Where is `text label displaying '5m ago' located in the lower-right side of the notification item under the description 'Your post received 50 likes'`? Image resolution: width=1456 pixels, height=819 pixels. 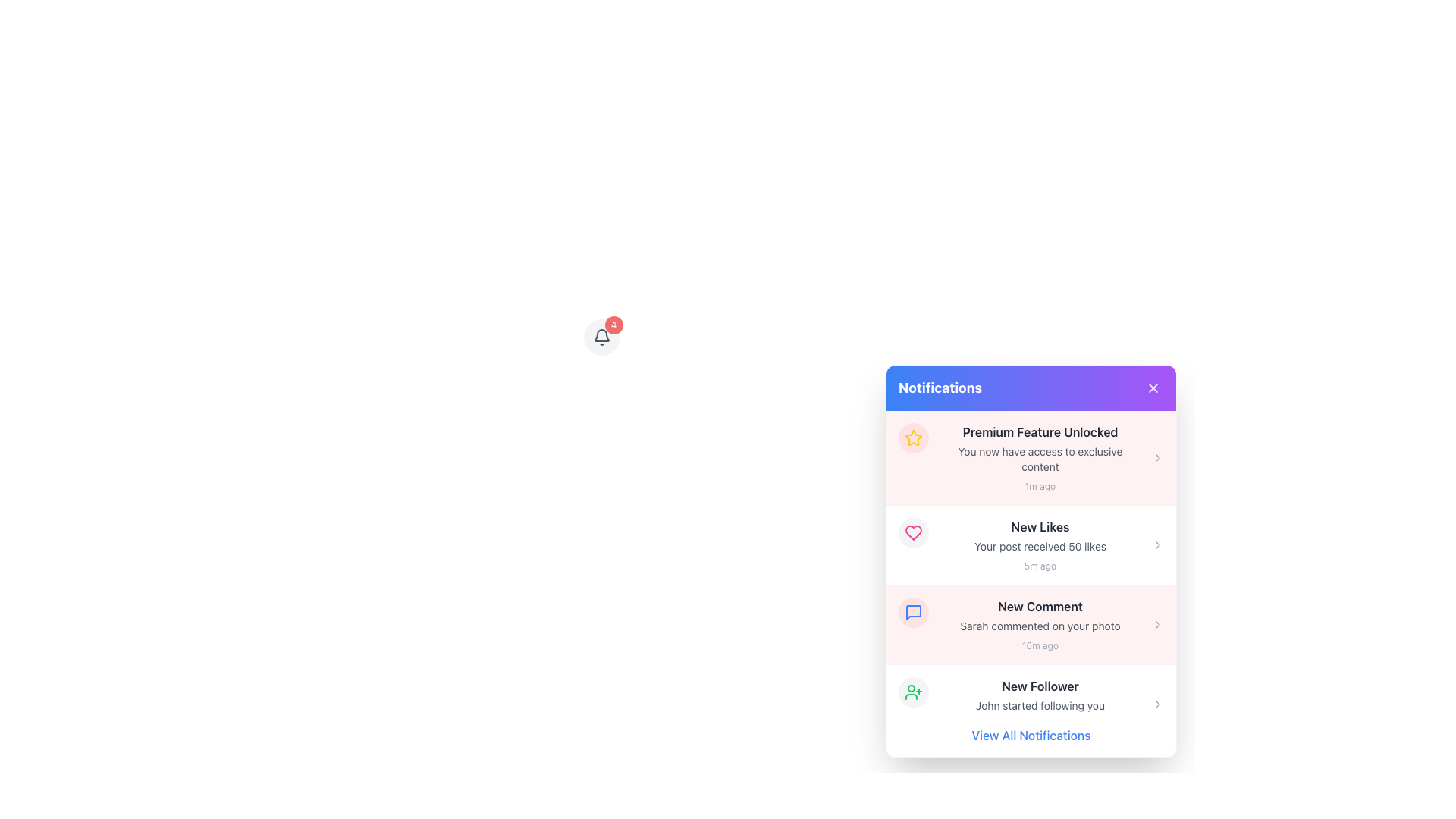
text label displaying '5m ago' located in the lower-right side of the notification item under the description 'Your post received 50 likes' is located at coordinates (1040, 566).